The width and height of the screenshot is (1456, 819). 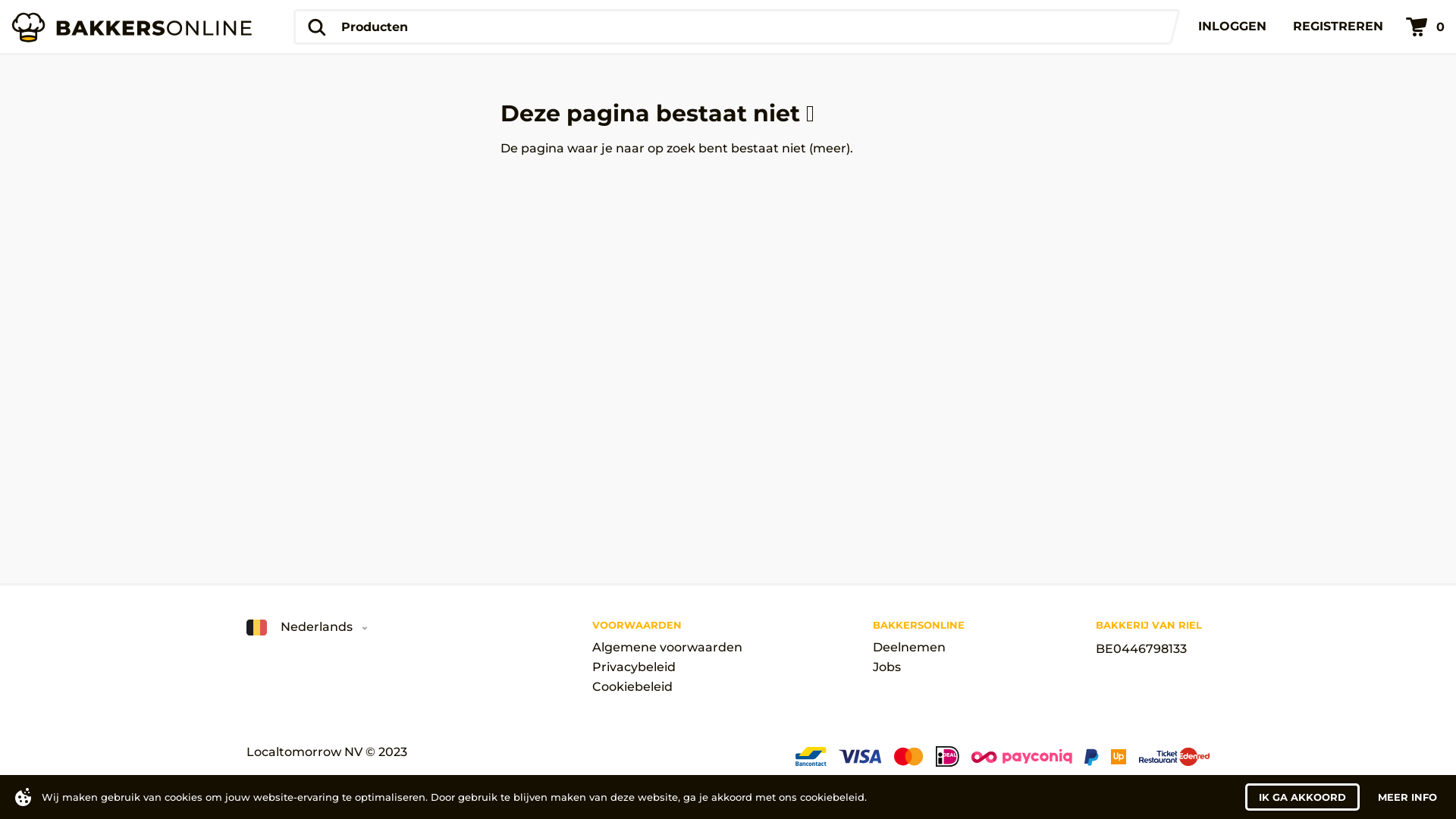 I want to click on 'Nederlands', so click(x=246, y=627).